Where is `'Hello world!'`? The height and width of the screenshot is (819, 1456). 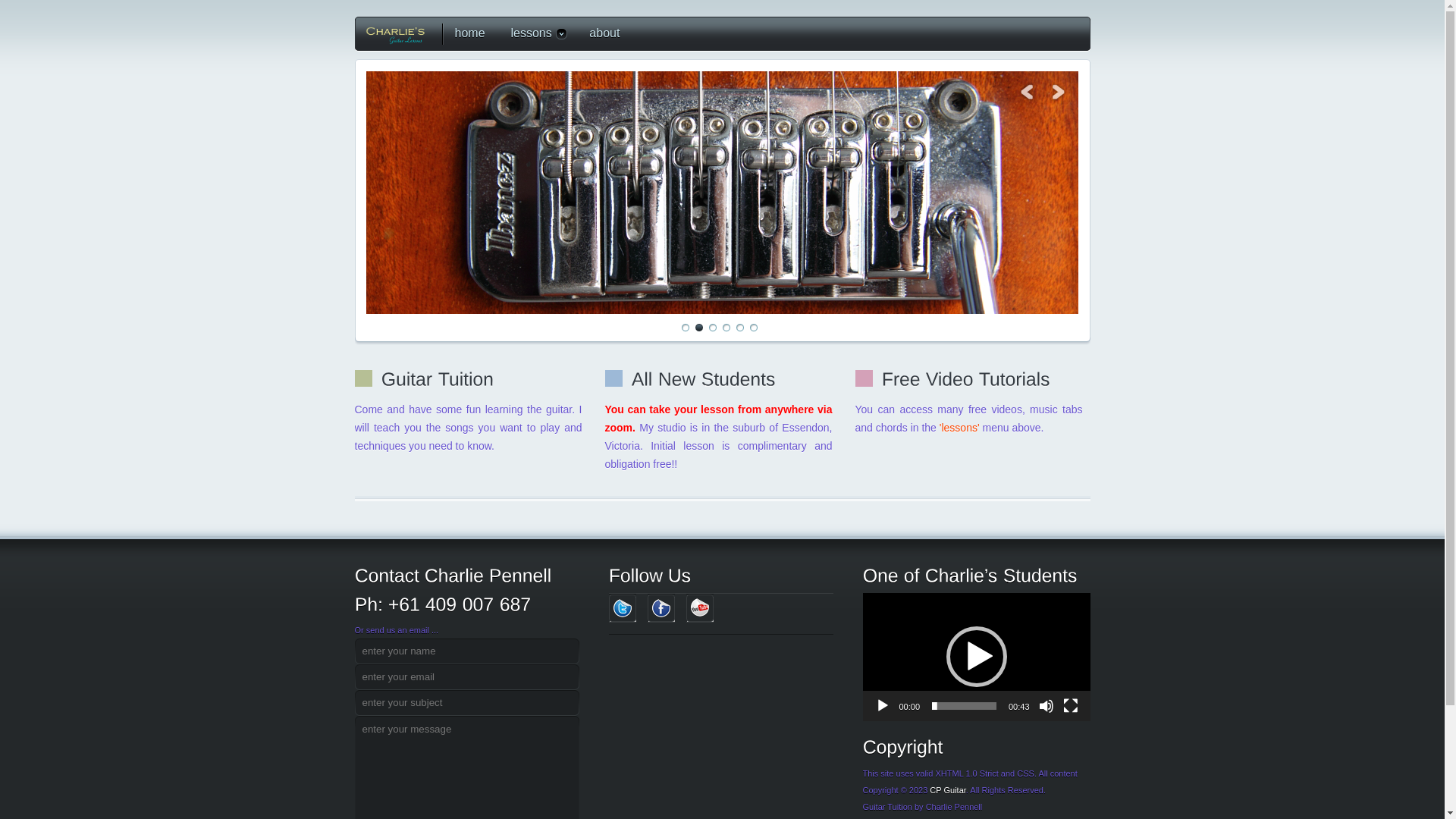 'Hello world!' is located at coordinates (365, 192).